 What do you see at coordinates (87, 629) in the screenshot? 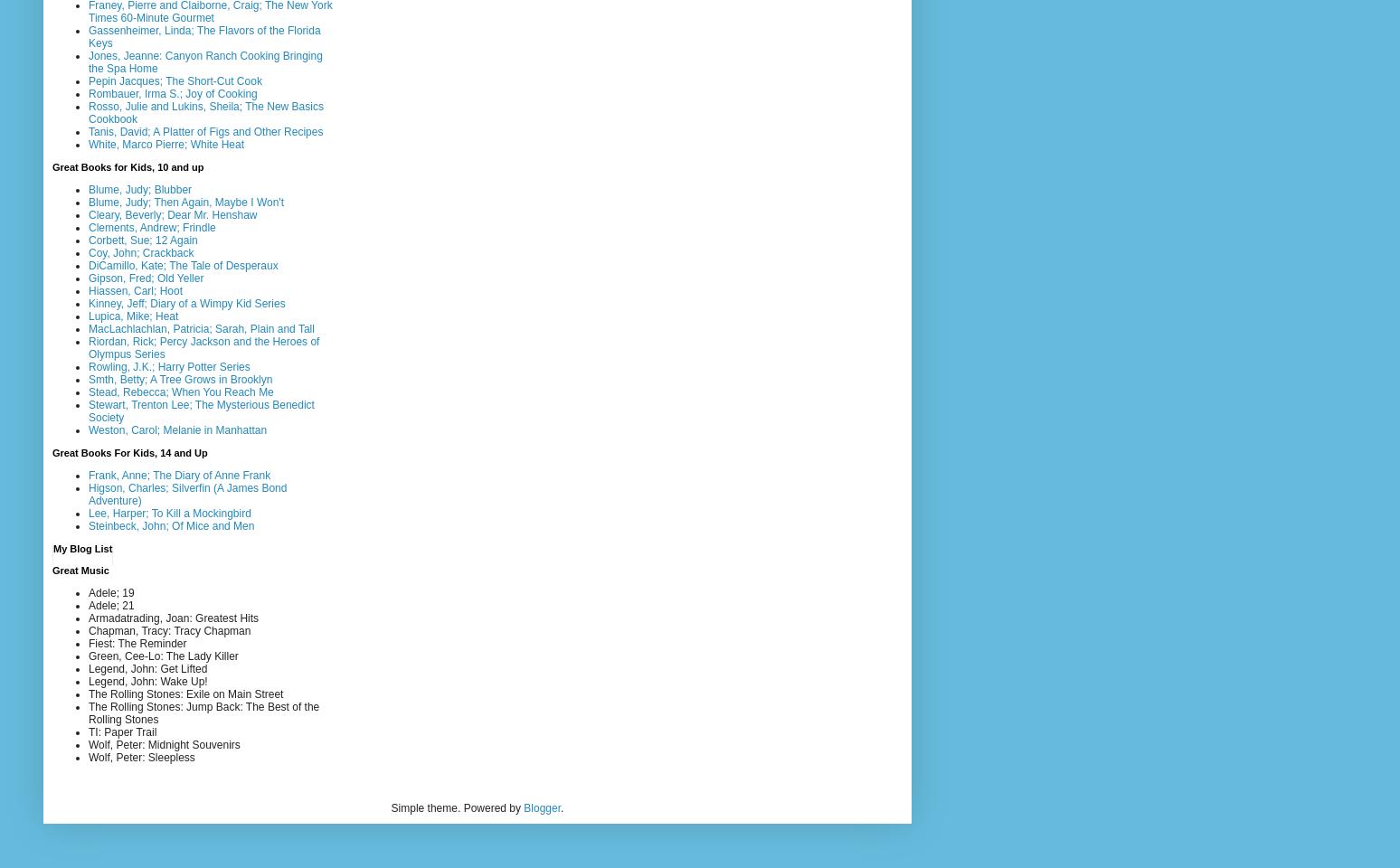
I see `'Chapman, Tracy: Tracy Chapman'` at bounding box center [87, 629].